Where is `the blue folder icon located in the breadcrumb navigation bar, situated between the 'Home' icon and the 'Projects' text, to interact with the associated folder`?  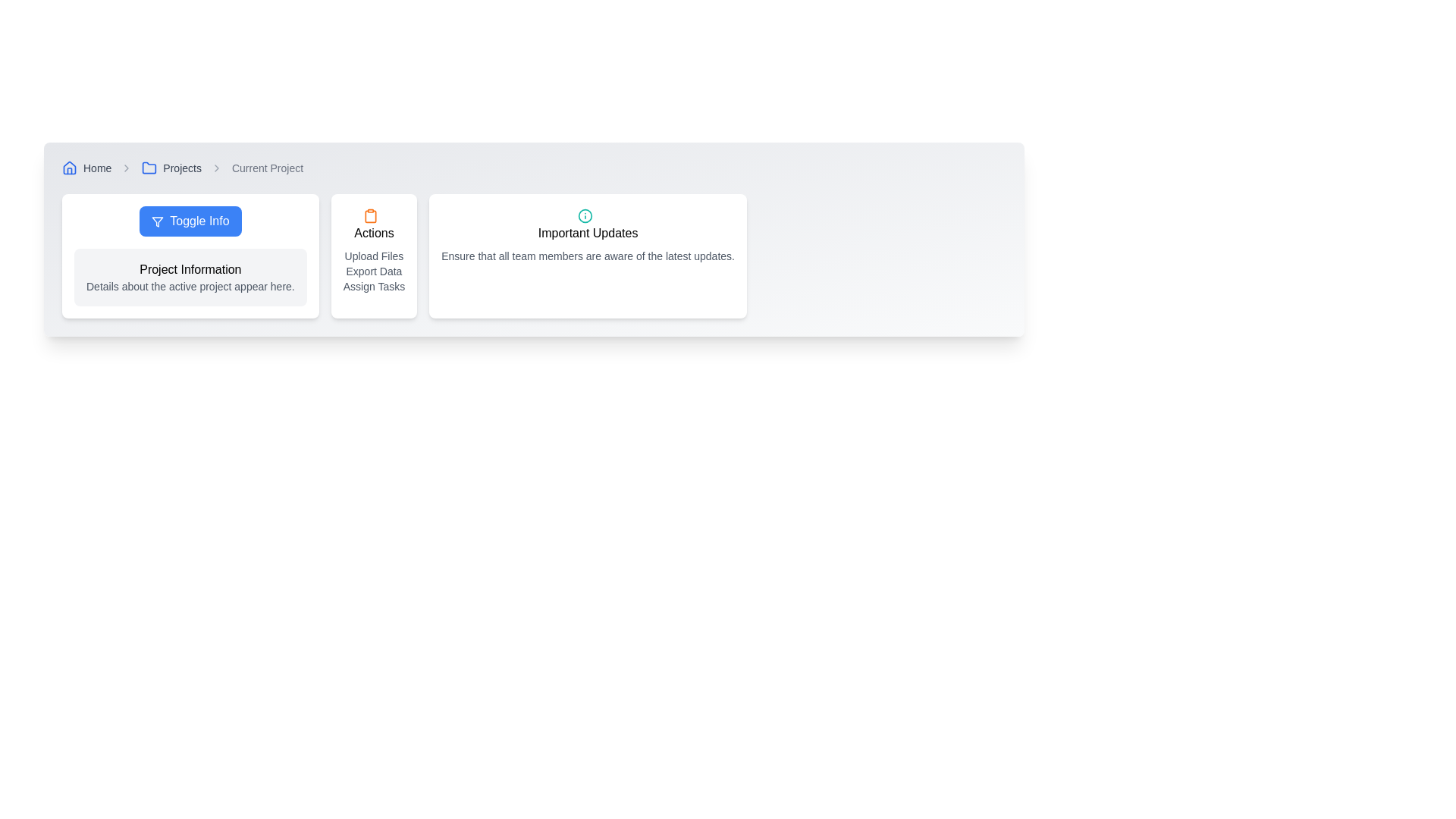 the blue folder icon located in the breadcrumb navigation bar, situated between the 'Home' icon and the 'Projects' text, to interact with the associated folder is located at coordinates (149, 168).